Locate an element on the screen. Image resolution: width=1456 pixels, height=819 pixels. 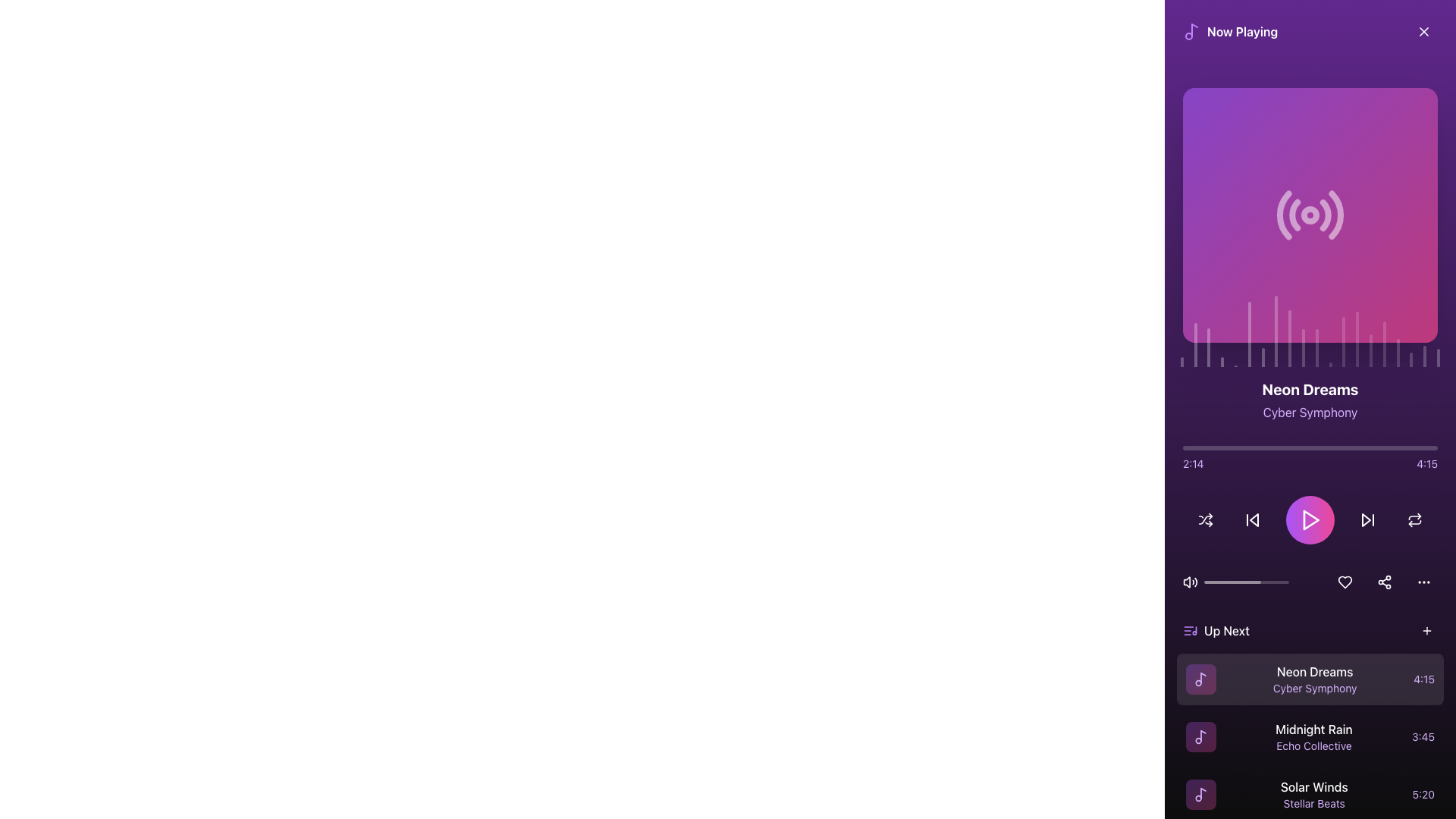
the text display element featuring the title 'Neon Dreams' and subtitle 'Cyber Symphony' to associate it with the track is located at coordinates (1313, 678).